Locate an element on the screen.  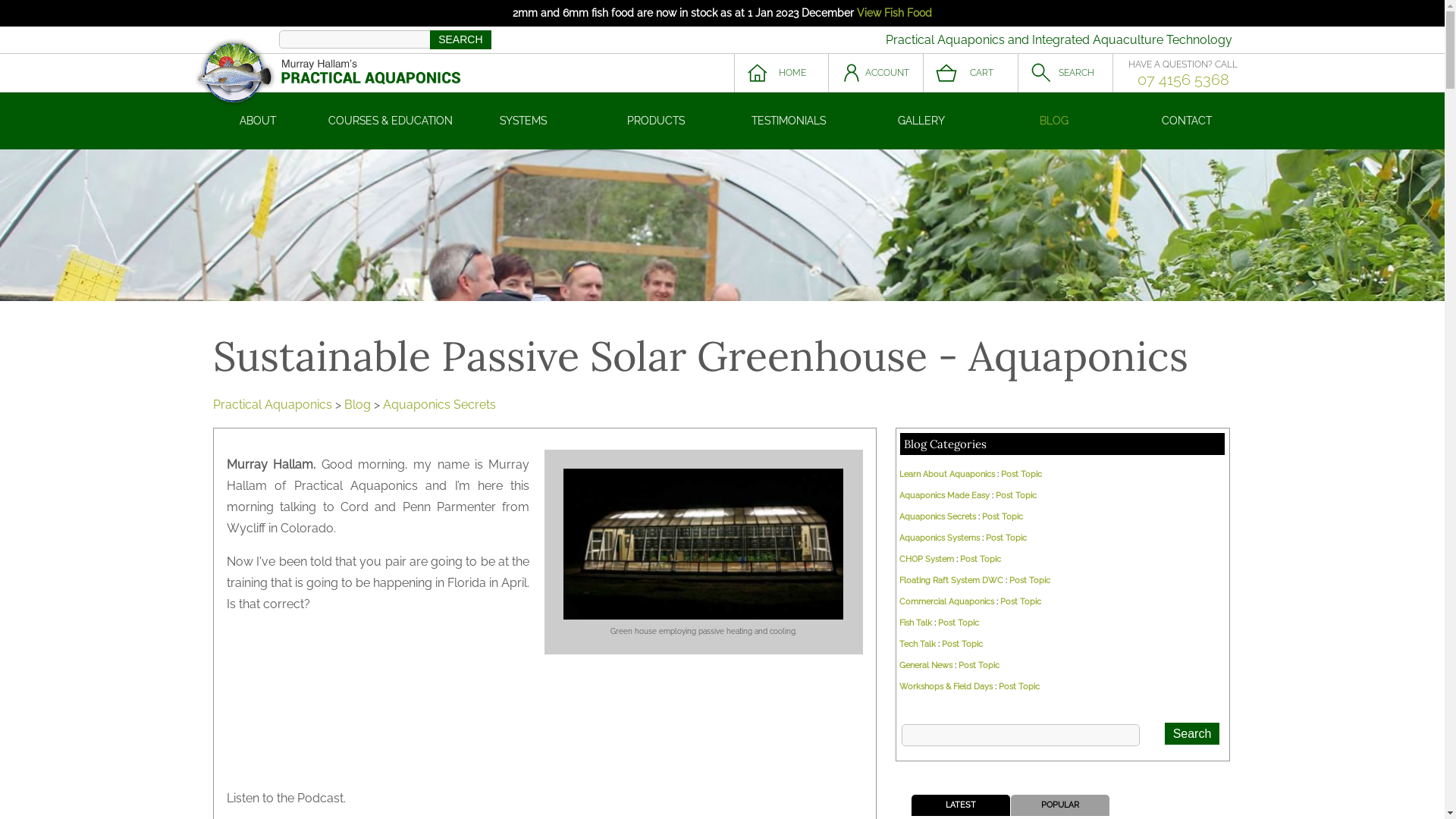
'BLOG' is located at coordinates (1053, 120).